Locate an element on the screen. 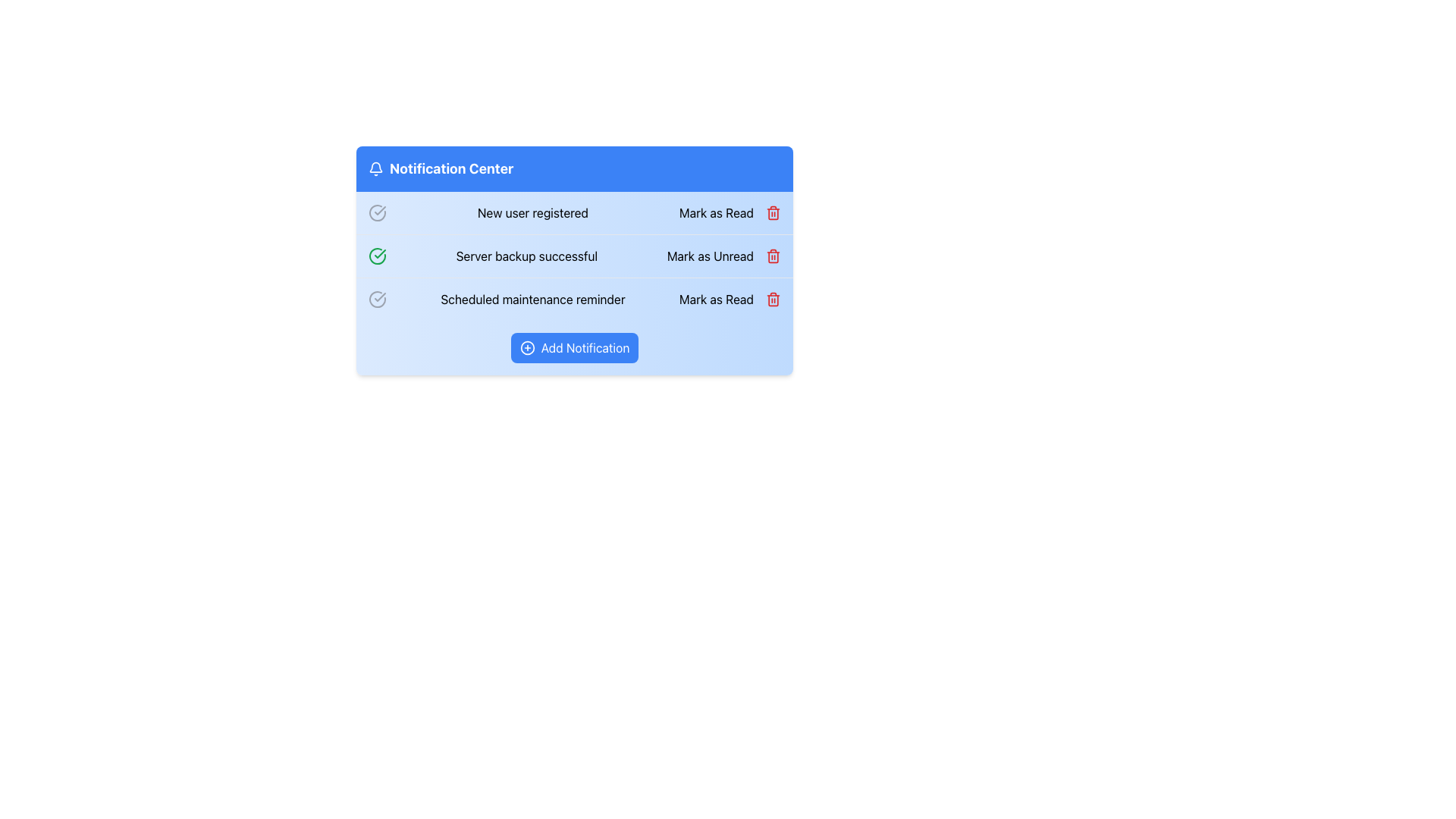  the button that marks the 'Scheduled maintenance reminder' notification as read is located at coordinates (716, 299).